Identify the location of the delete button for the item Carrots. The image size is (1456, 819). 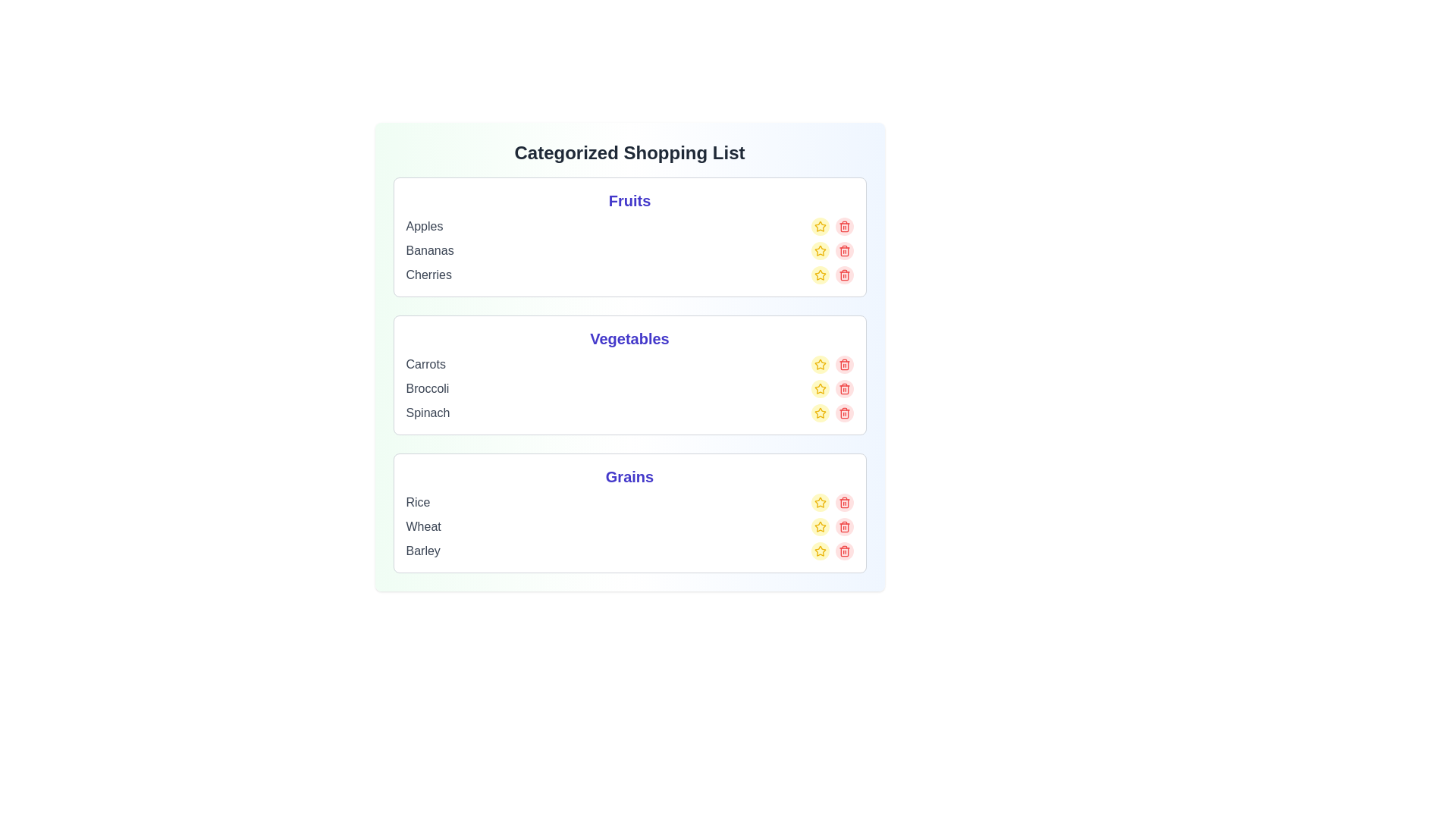
(843, 365).